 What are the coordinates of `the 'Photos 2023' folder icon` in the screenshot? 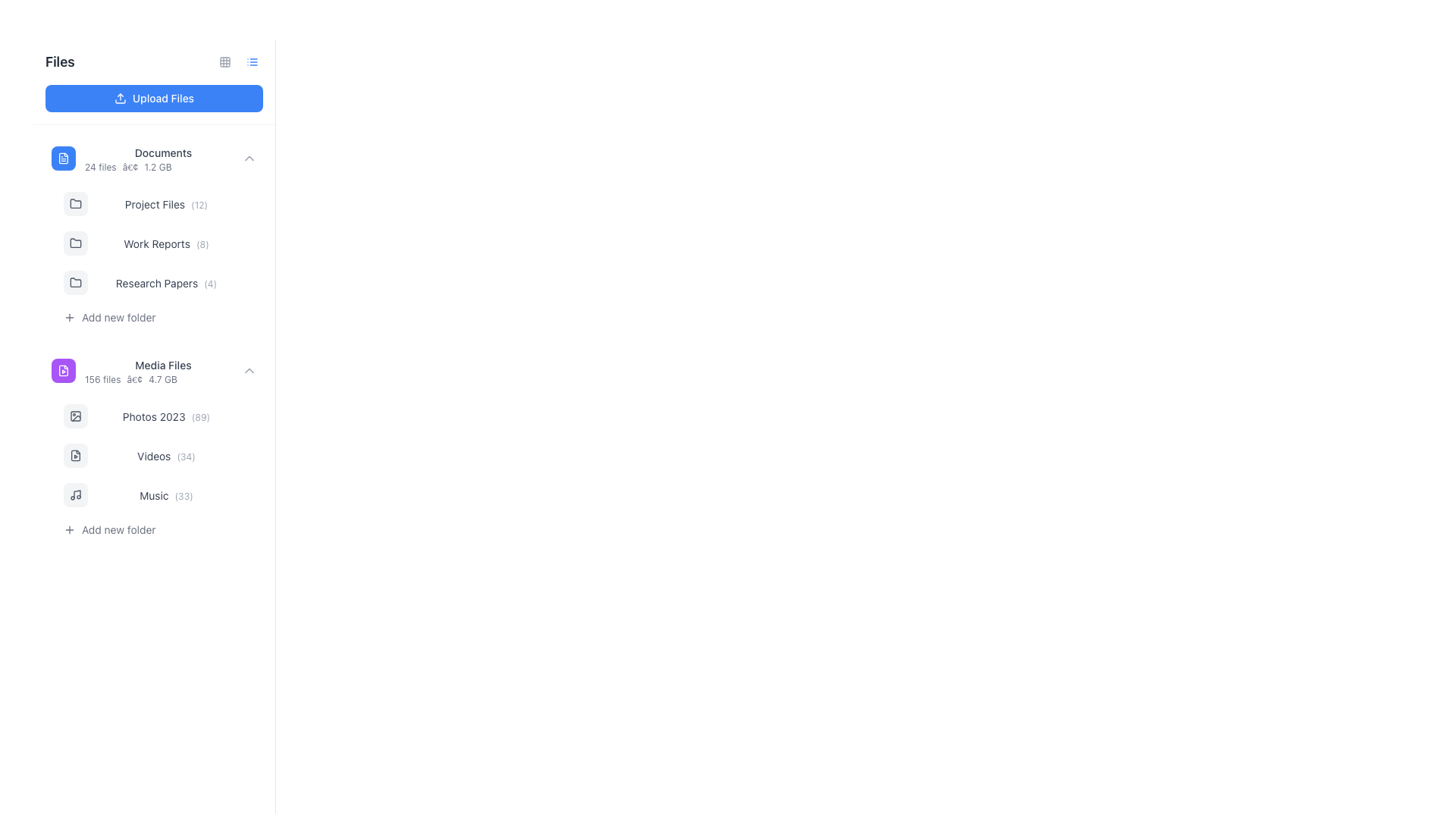 It's located at (75, 416).